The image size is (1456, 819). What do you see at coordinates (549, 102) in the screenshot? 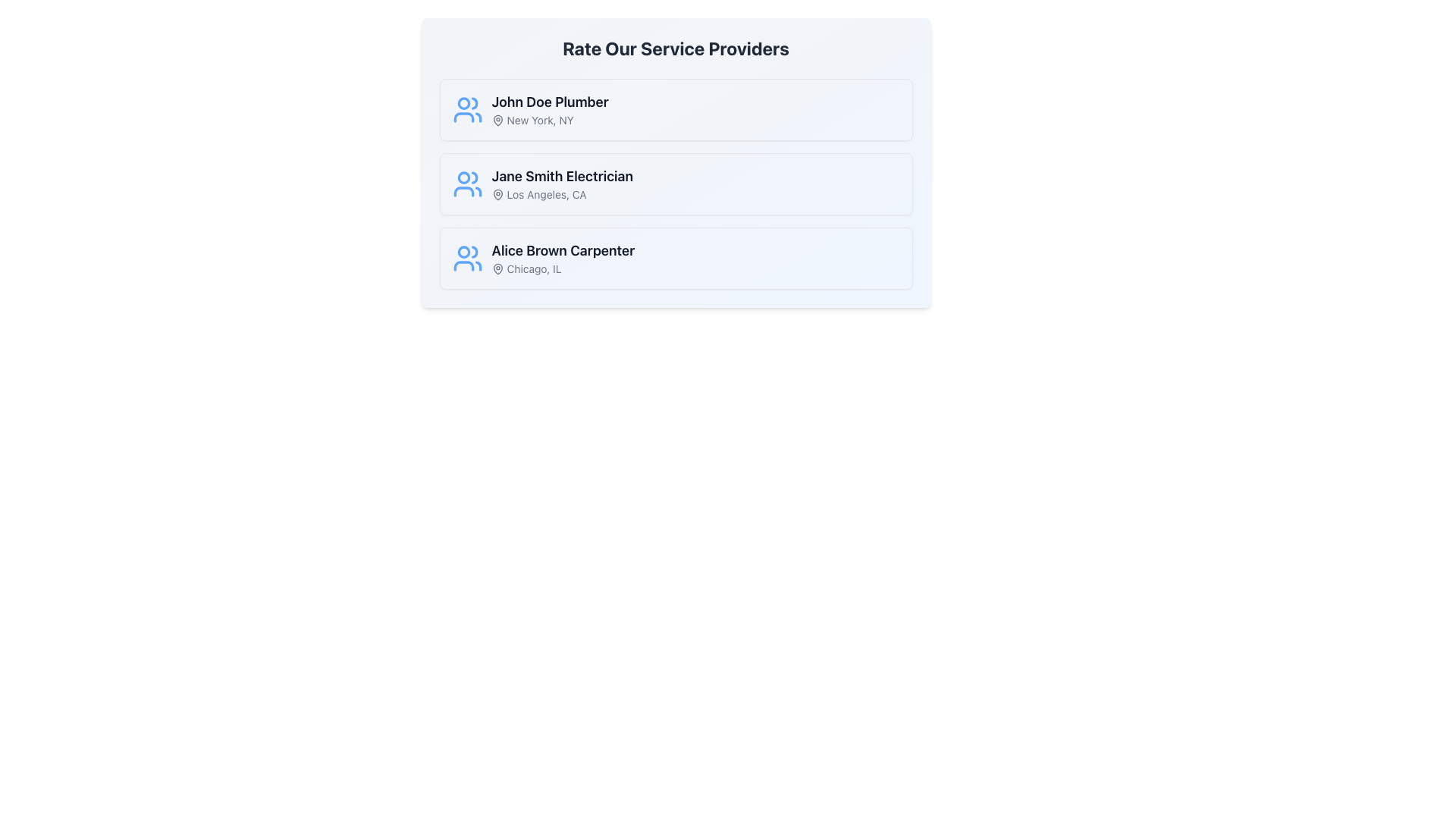
I see `the bold, large-sized text label reading 'John Doe Plumber'` at bounding box center [549, 102].